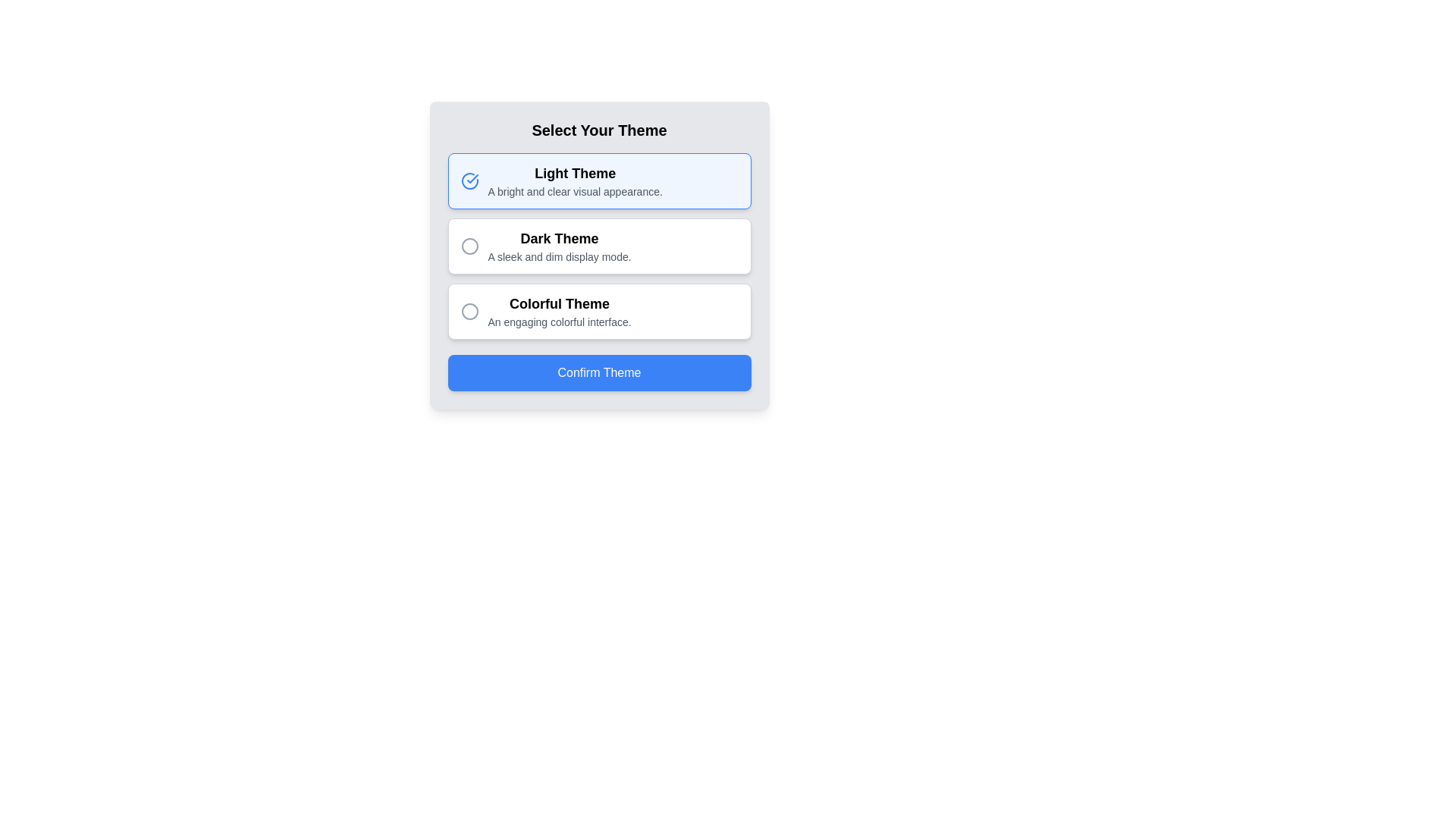  I want to click on the unselected 'Colorful Theme' radio button indicator, so click(469, 311).